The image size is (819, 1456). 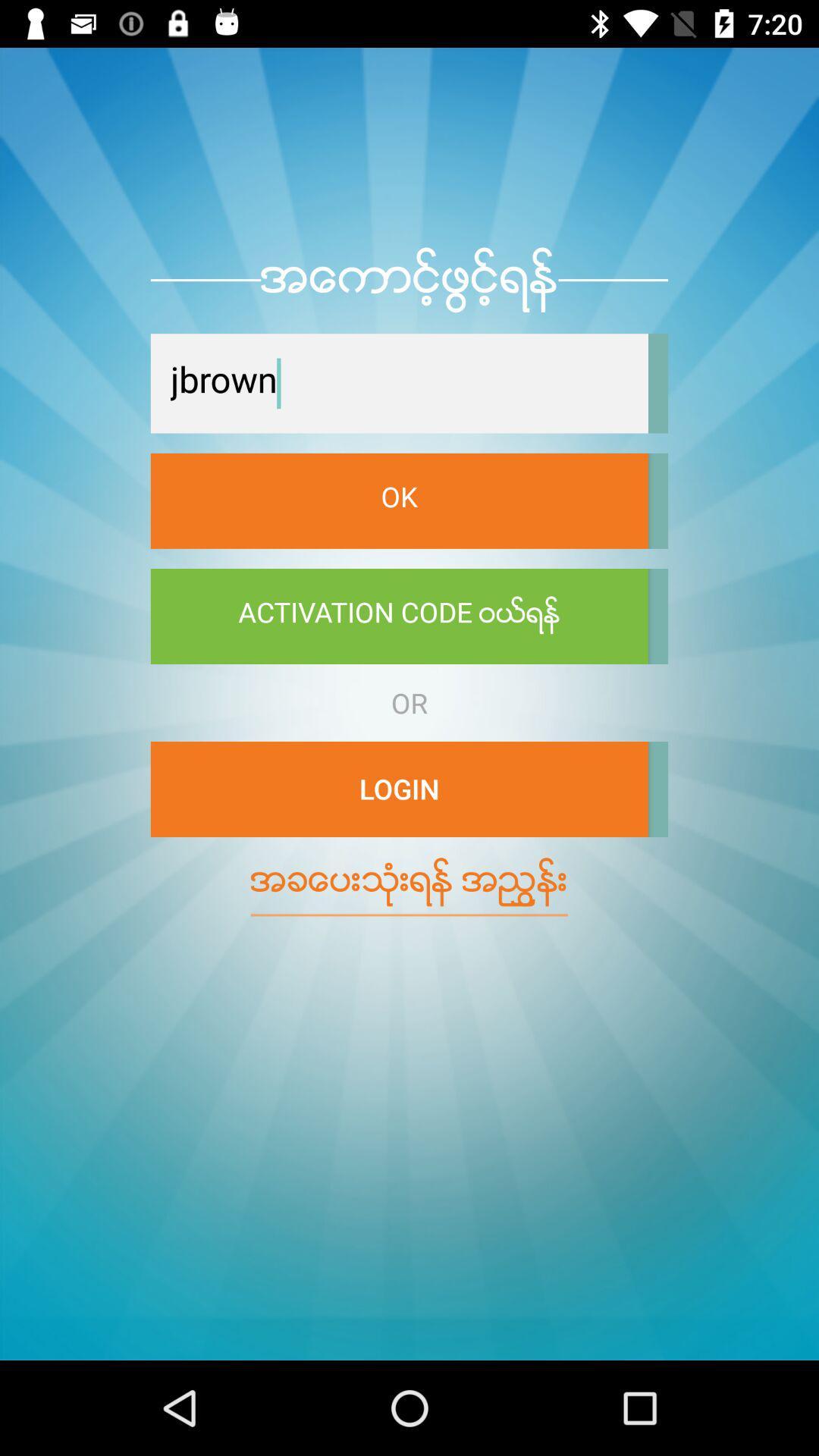 I want to click on item below login icon, so click(x=409, y=882).